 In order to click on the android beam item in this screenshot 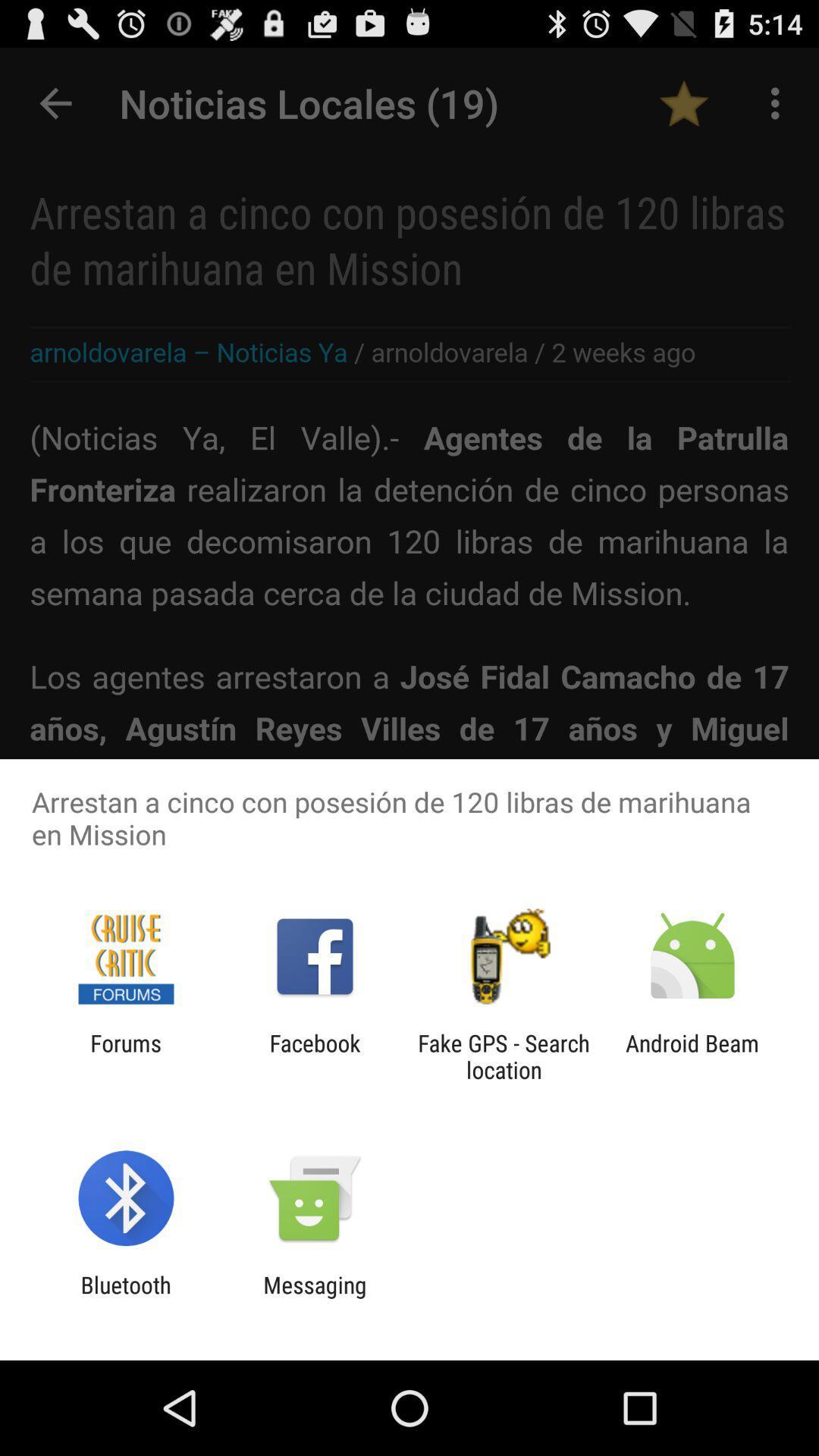, I will do `click(692, 1056)`.